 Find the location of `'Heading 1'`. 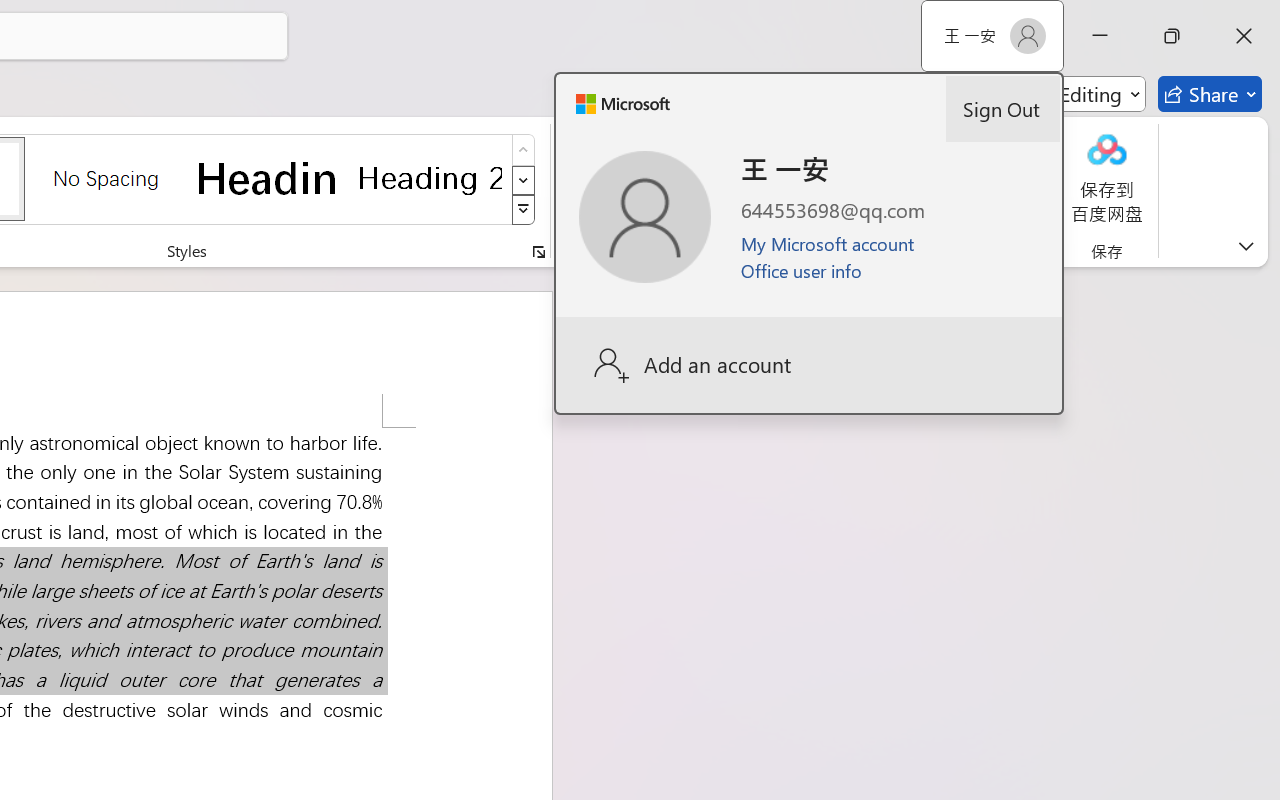

'Heading 1' is located at coordinates (267, 177).